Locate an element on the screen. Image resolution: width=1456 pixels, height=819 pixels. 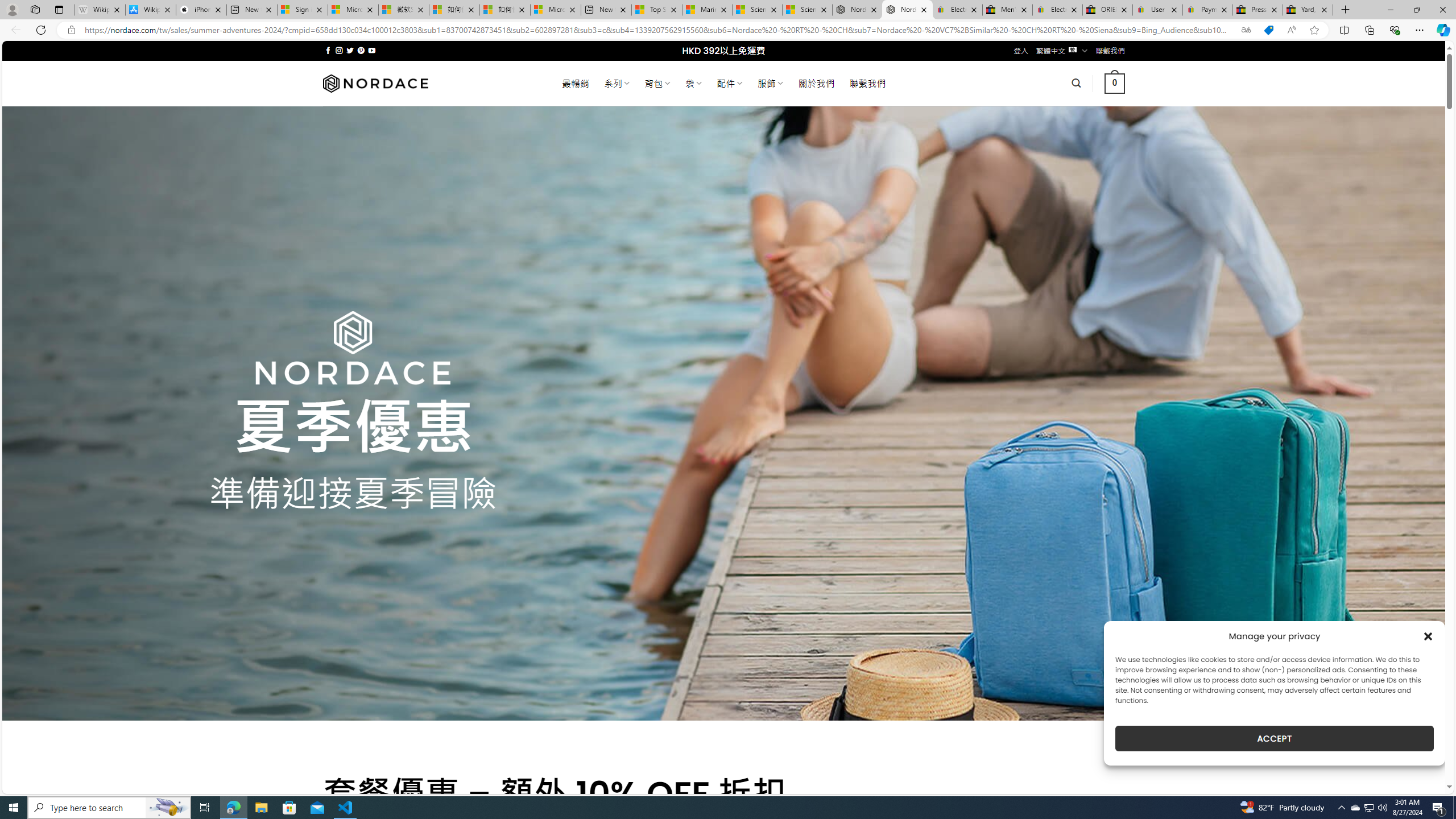
'Follow on YouTube' is located at coordinates (371, 50).